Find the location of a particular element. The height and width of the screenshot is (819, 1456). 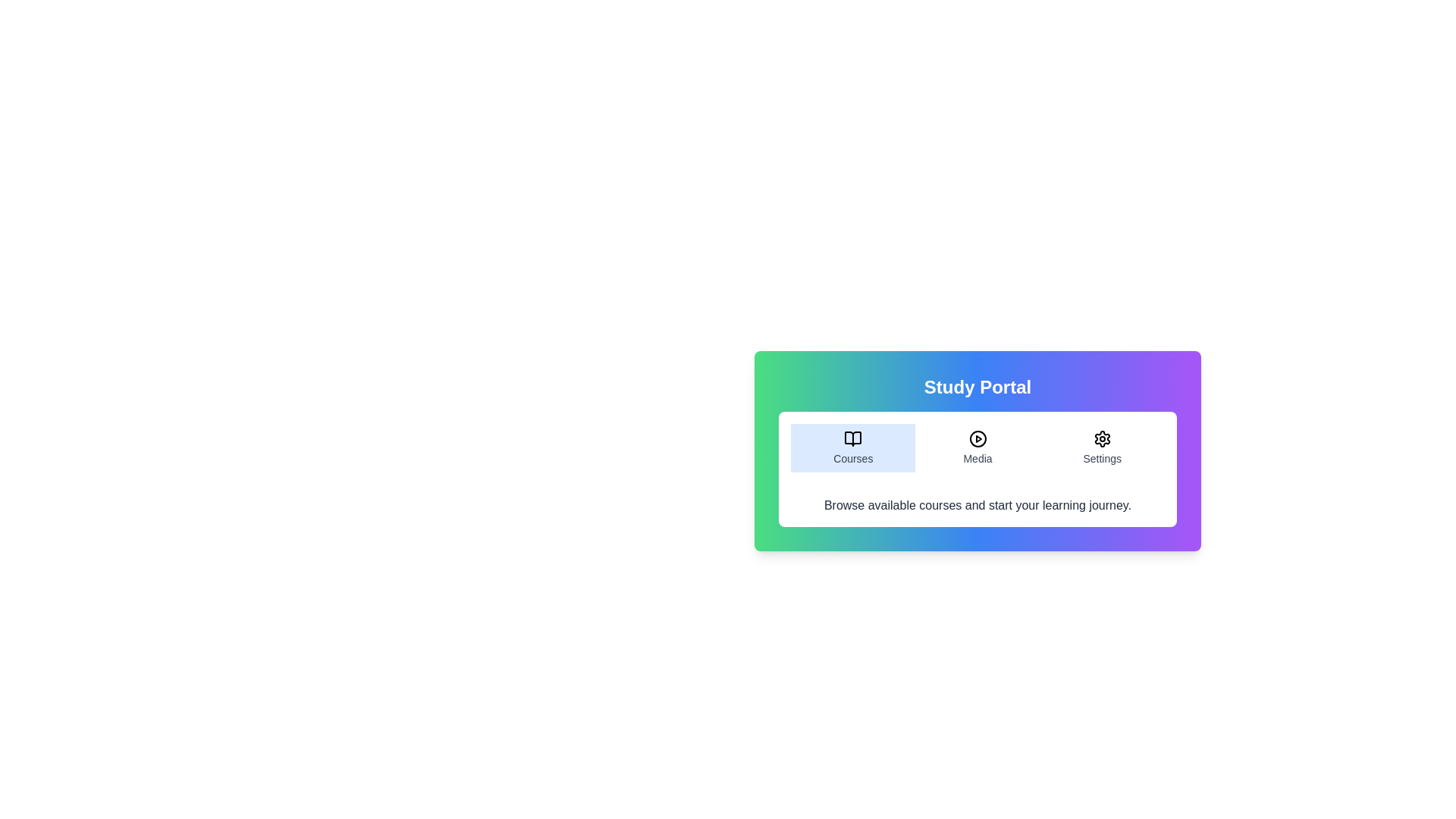

the Settings tab is located at coordinates (1102, 447).